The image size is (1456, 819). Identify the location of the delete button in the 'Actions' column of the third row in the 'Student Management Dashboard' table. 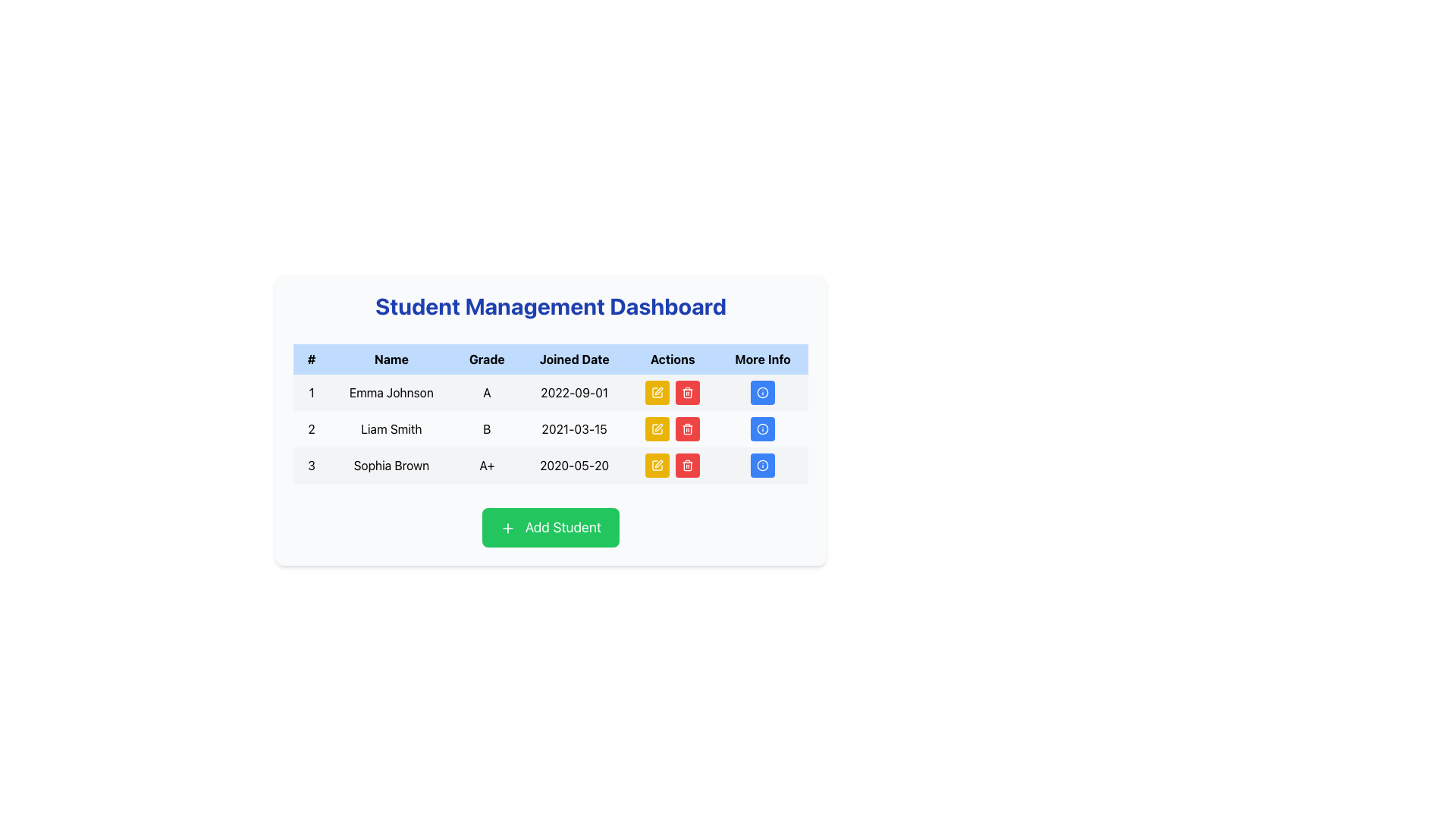
(687, 391).